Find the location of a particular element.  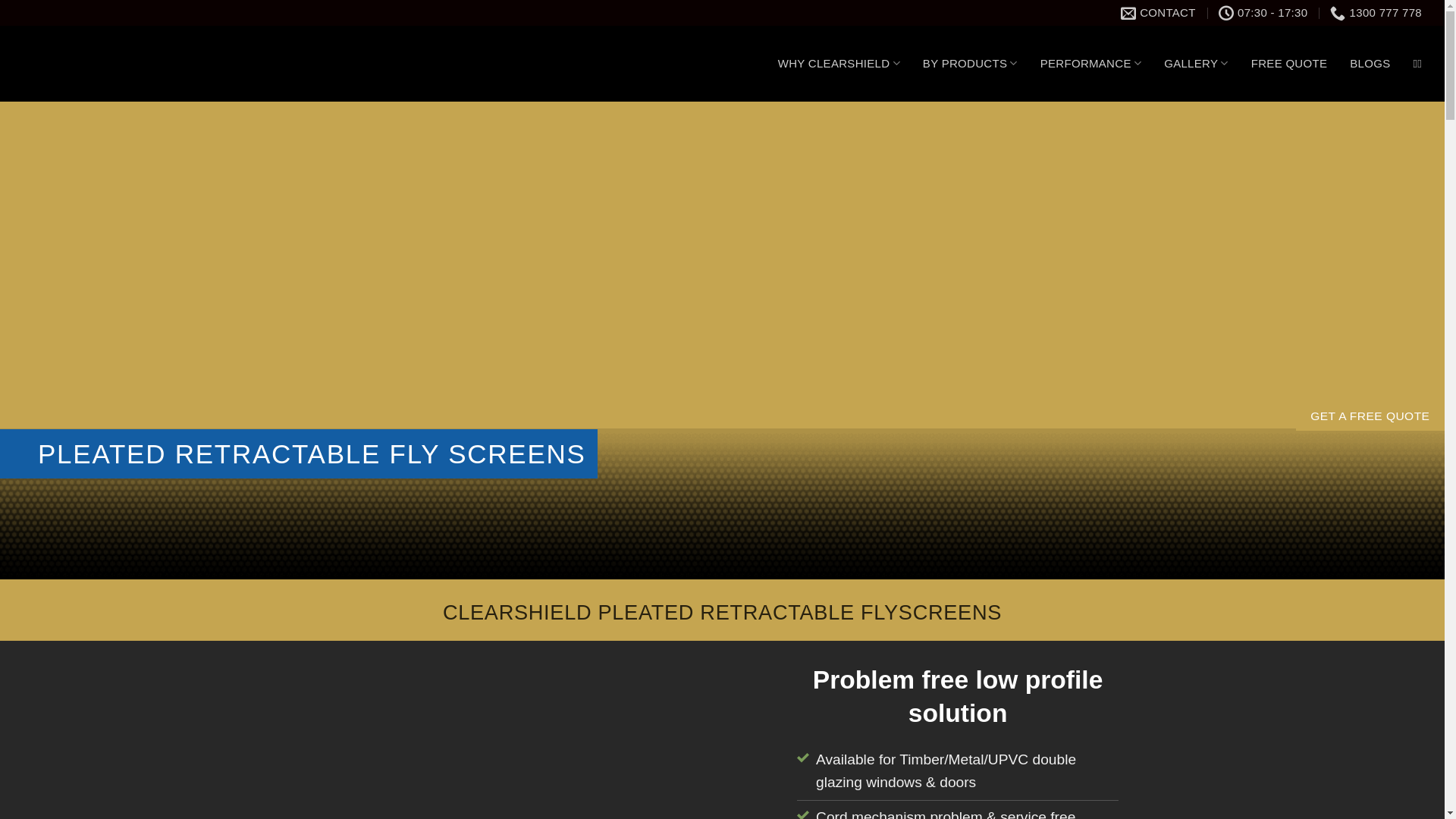

'BLOGS' is located at coordinates (1370, 63).